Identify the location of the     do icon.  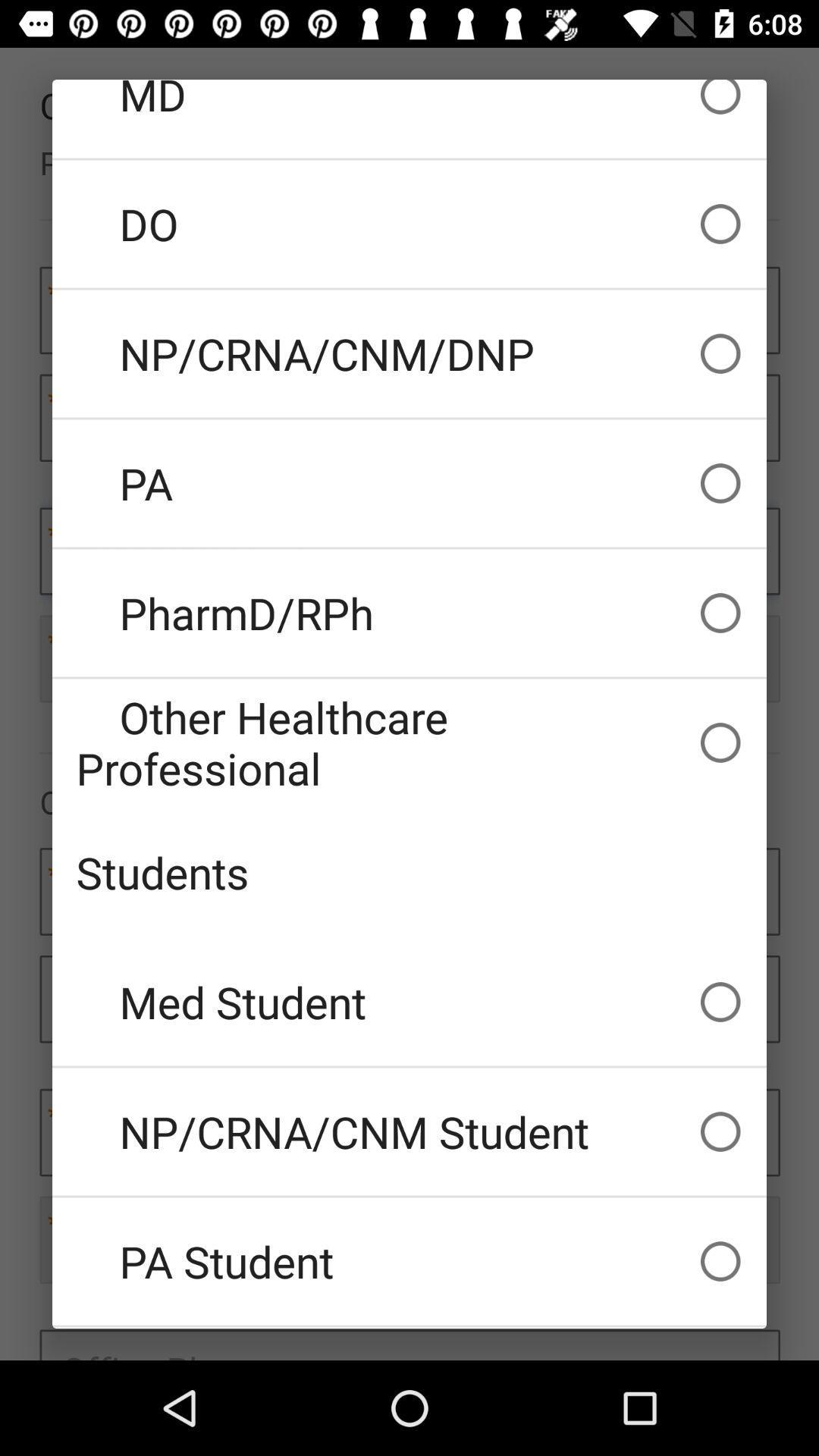
(409, 223).